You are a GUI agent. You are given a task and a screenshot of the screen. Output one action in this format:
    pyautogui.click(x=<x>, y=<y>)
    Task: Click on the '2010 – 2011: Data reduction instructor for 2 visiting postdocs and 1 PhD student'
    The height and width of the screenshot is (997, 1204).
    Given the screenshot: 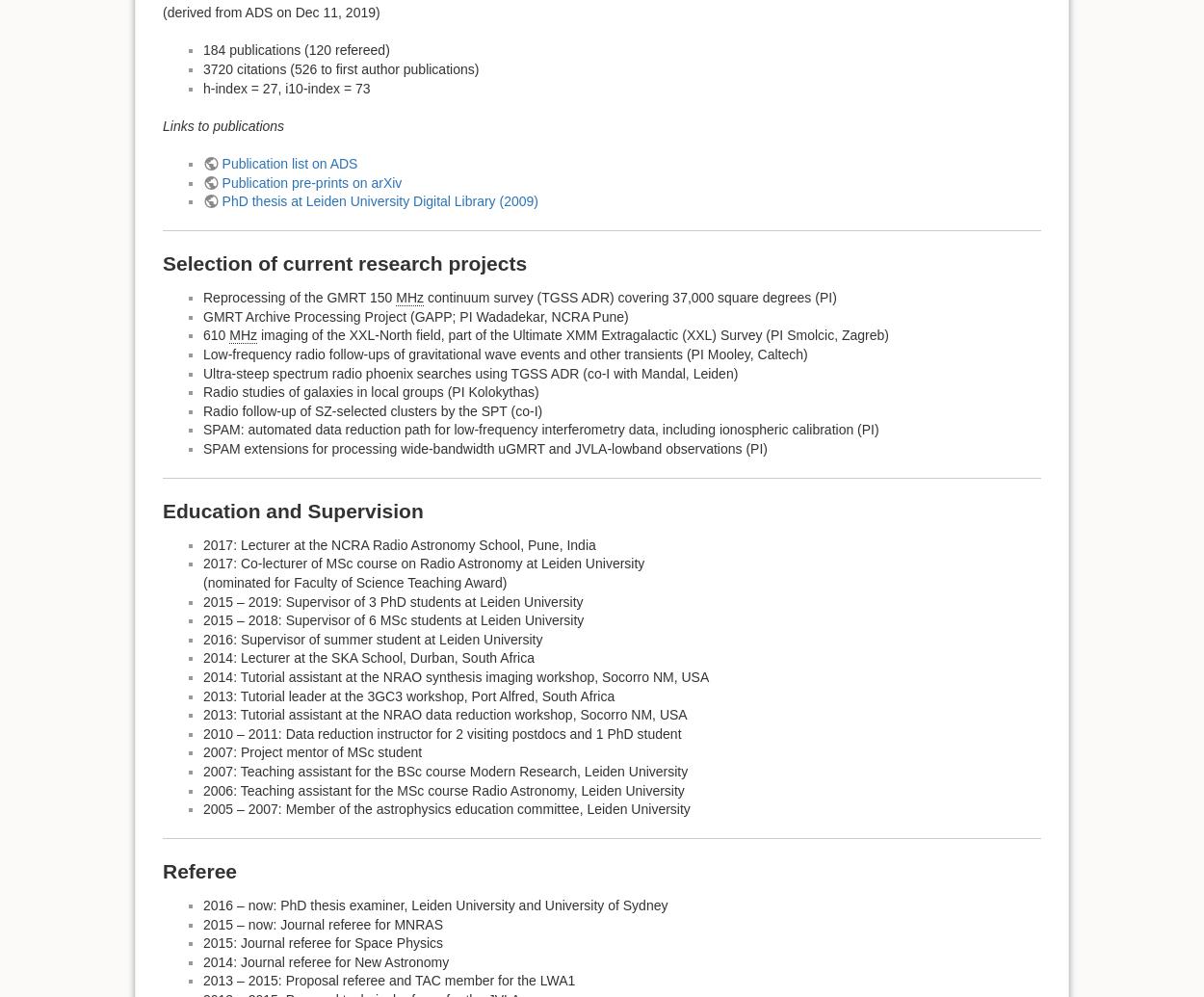 What is the action you would take?
    pyautogui.click(x=441, y=732)
    